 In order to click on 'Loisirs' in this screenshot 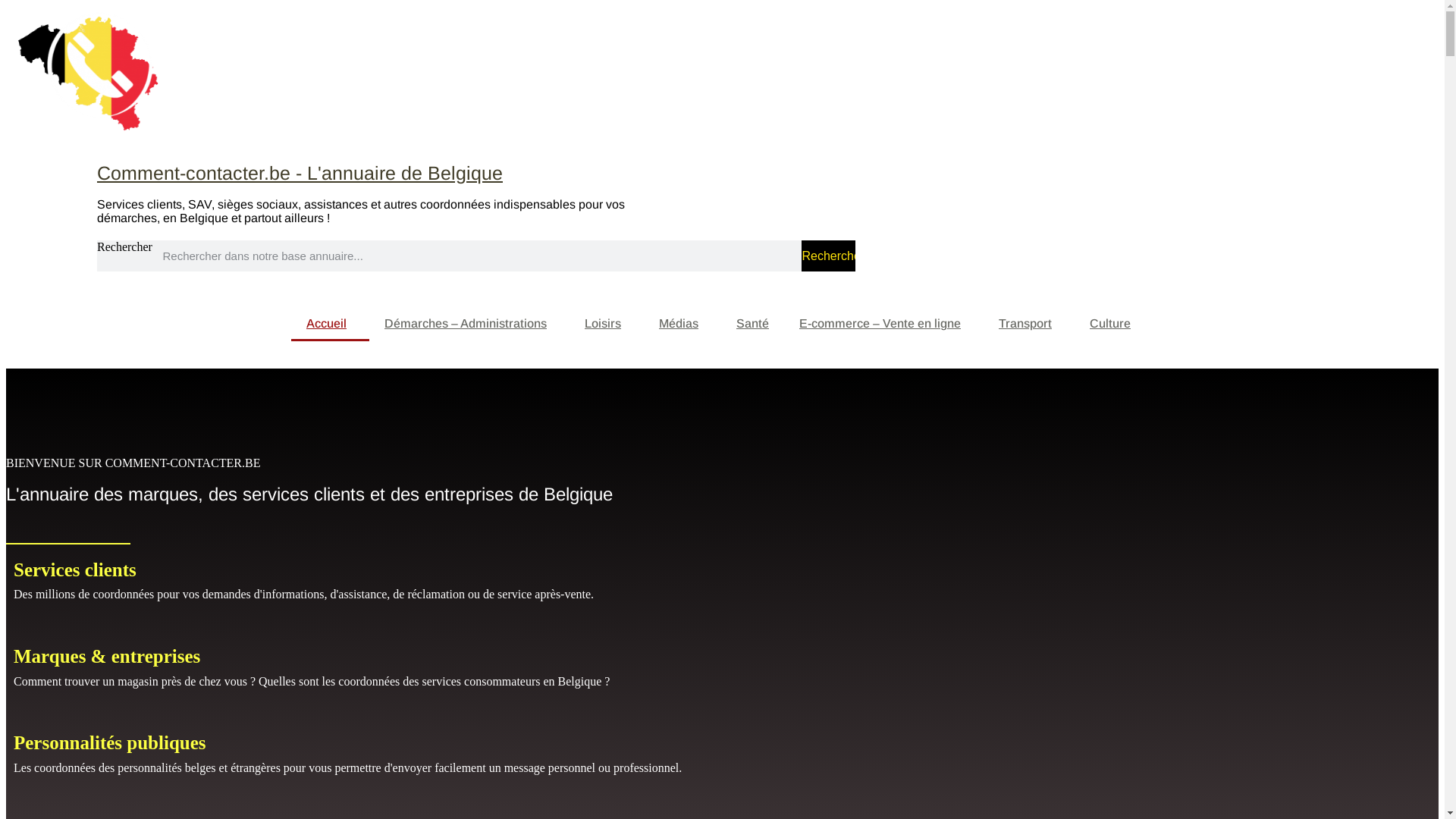, I will do `click(607, 323)`.